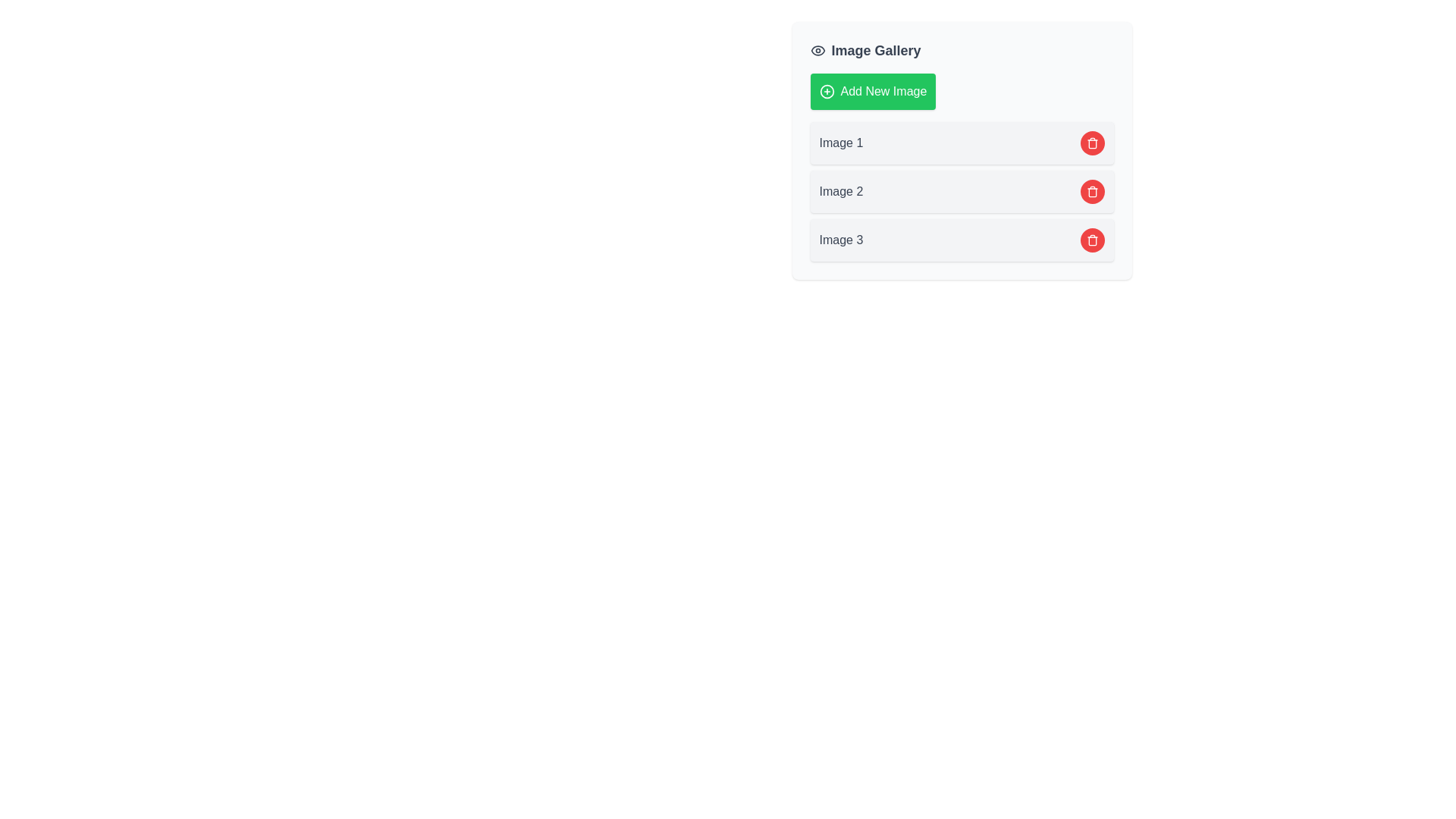 The image size is (1456, 819). I want to click on the outermost stroke of the eye icon located at the top left corner of the 'Image Gallery' widget, which indicates visibility-related features, so click(817, 49).